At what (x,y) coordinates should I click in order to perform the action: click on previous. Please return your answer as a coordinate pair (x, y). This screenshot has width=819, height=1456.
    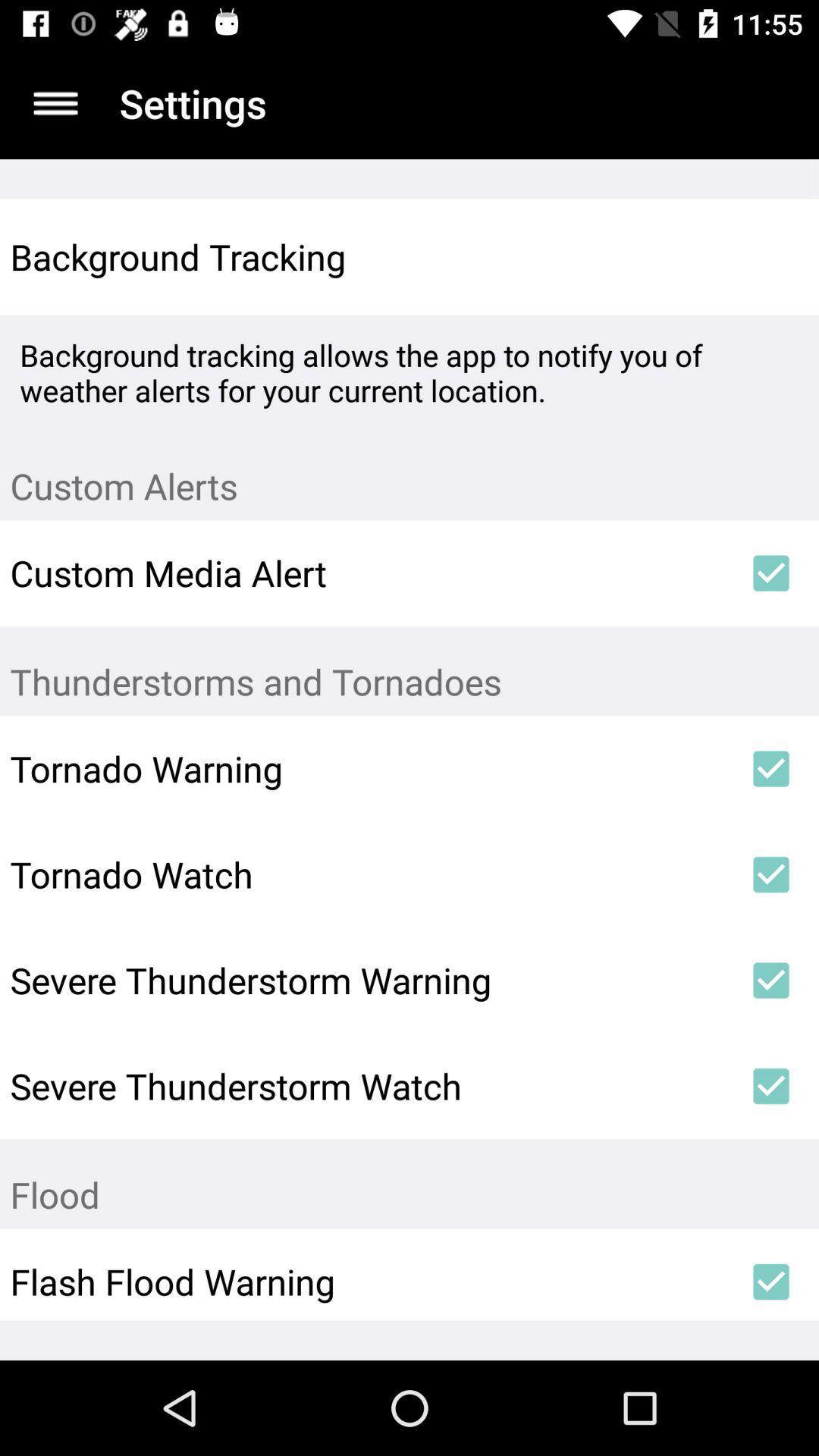
    Looking at the image, I should click on (55, 102).